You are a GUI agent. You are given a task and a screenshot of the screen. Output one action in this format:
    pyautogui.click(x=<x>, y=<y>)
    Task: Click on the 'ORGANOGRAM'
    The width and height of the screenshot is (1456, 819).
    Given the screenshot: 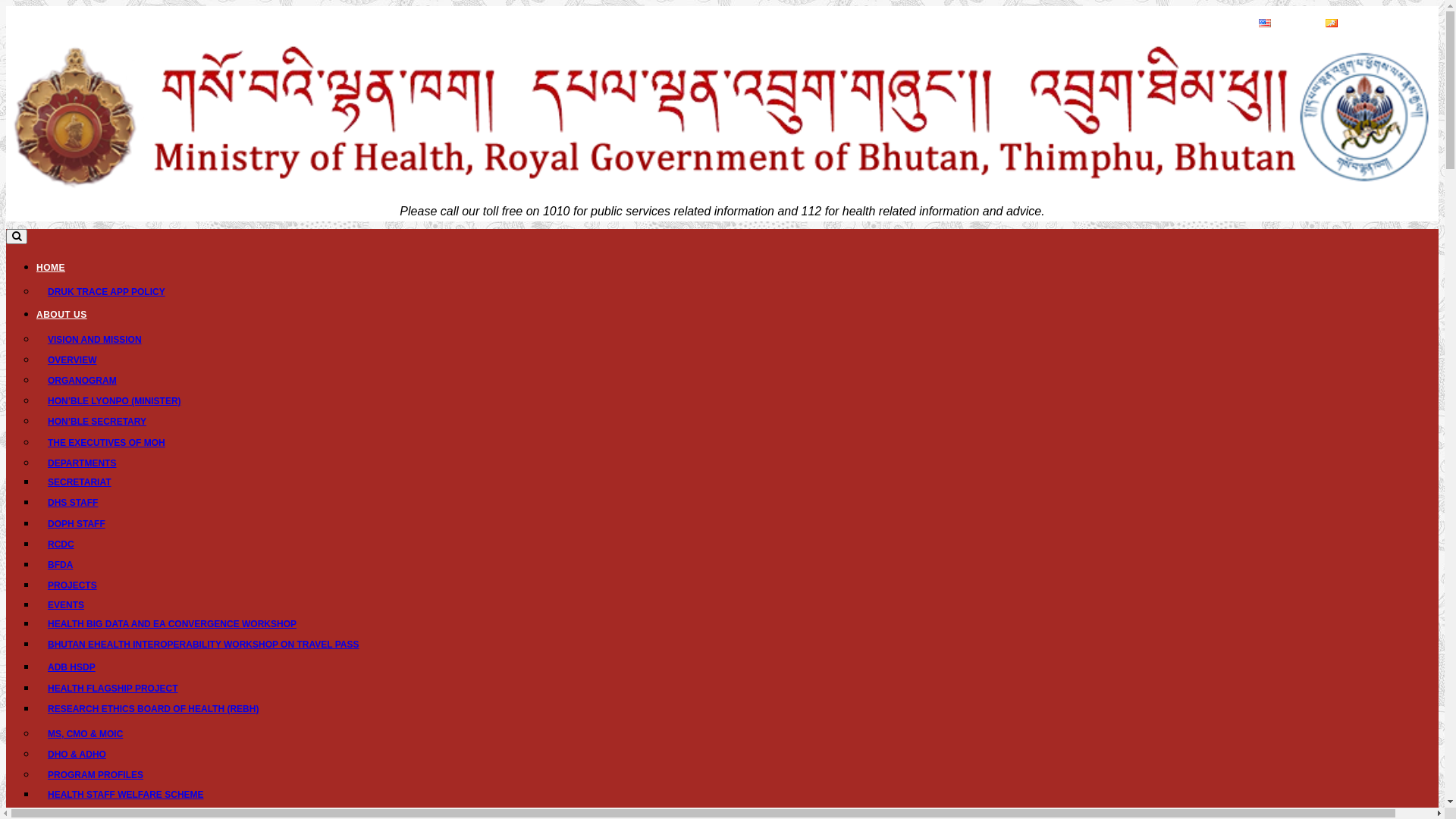 What is the action you would take?
    pyautogui.click(x=81, y=379)
    